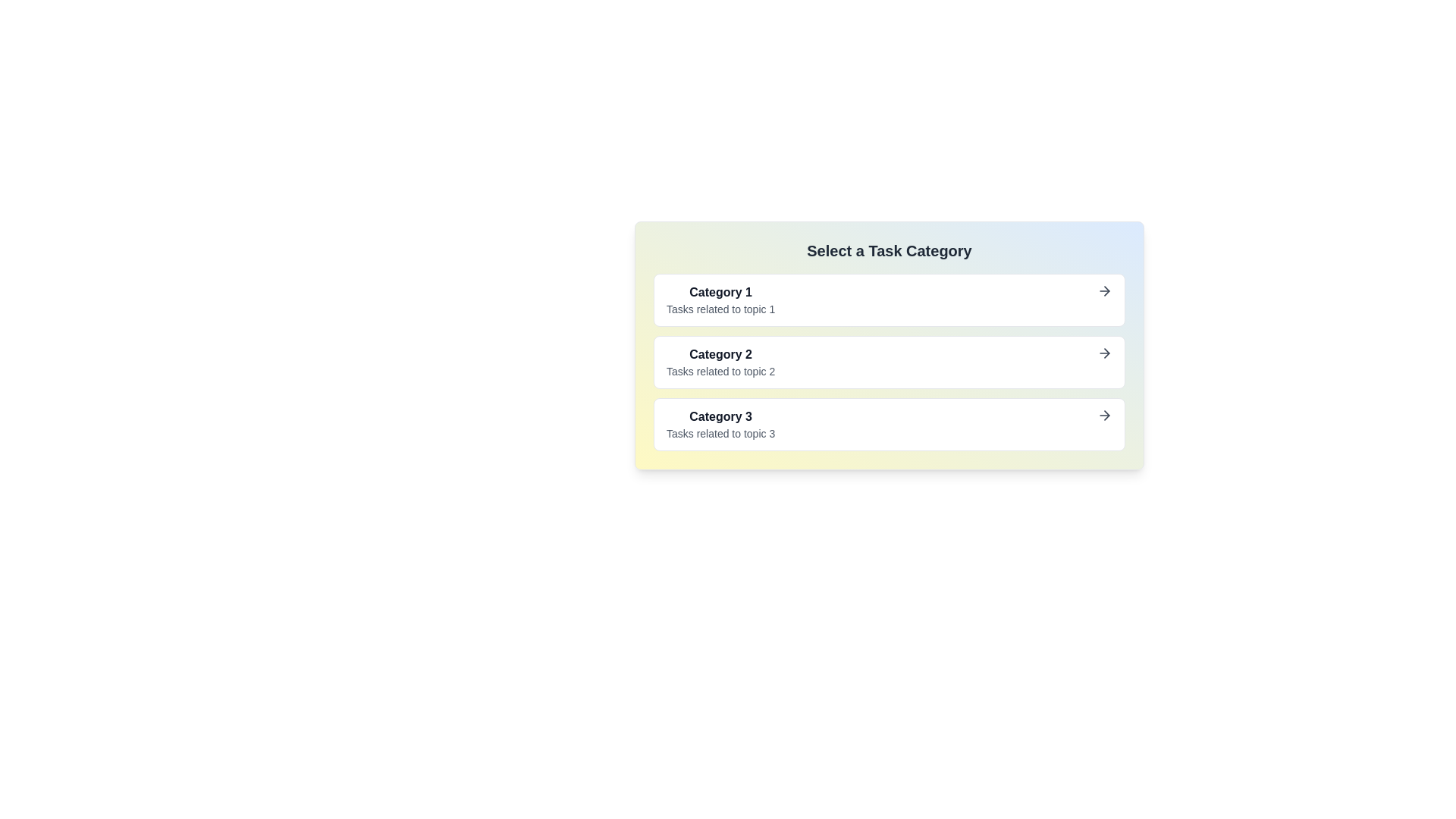 The height and width of the screenshot is (819, 1456). What do you see at coordinates (1105, 291) in the screenshot?
I see `the icon located at the far right of the topmost entry labeled 'Category 1'` at bounding box center [1105, 291].